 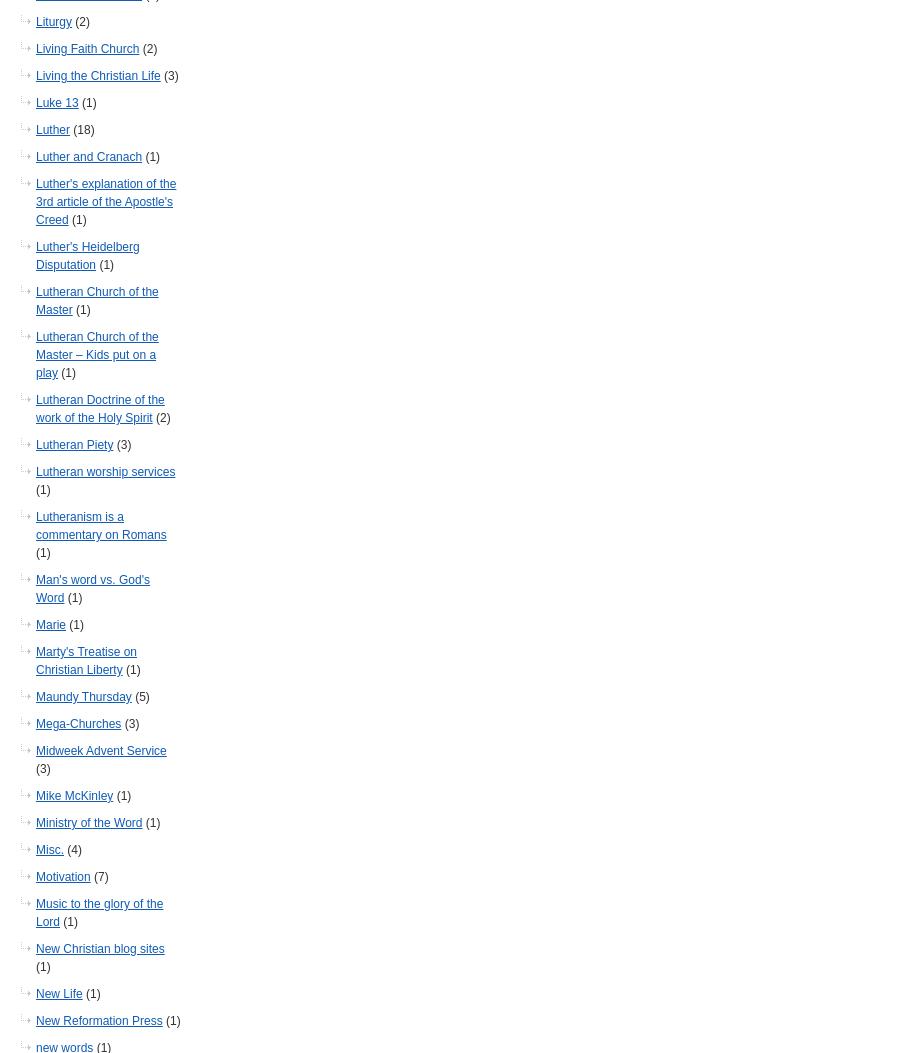 What do you see at coordinates (51, 130) in the screenshot?
I see `'Luther'` at bounding box center [51, 130].